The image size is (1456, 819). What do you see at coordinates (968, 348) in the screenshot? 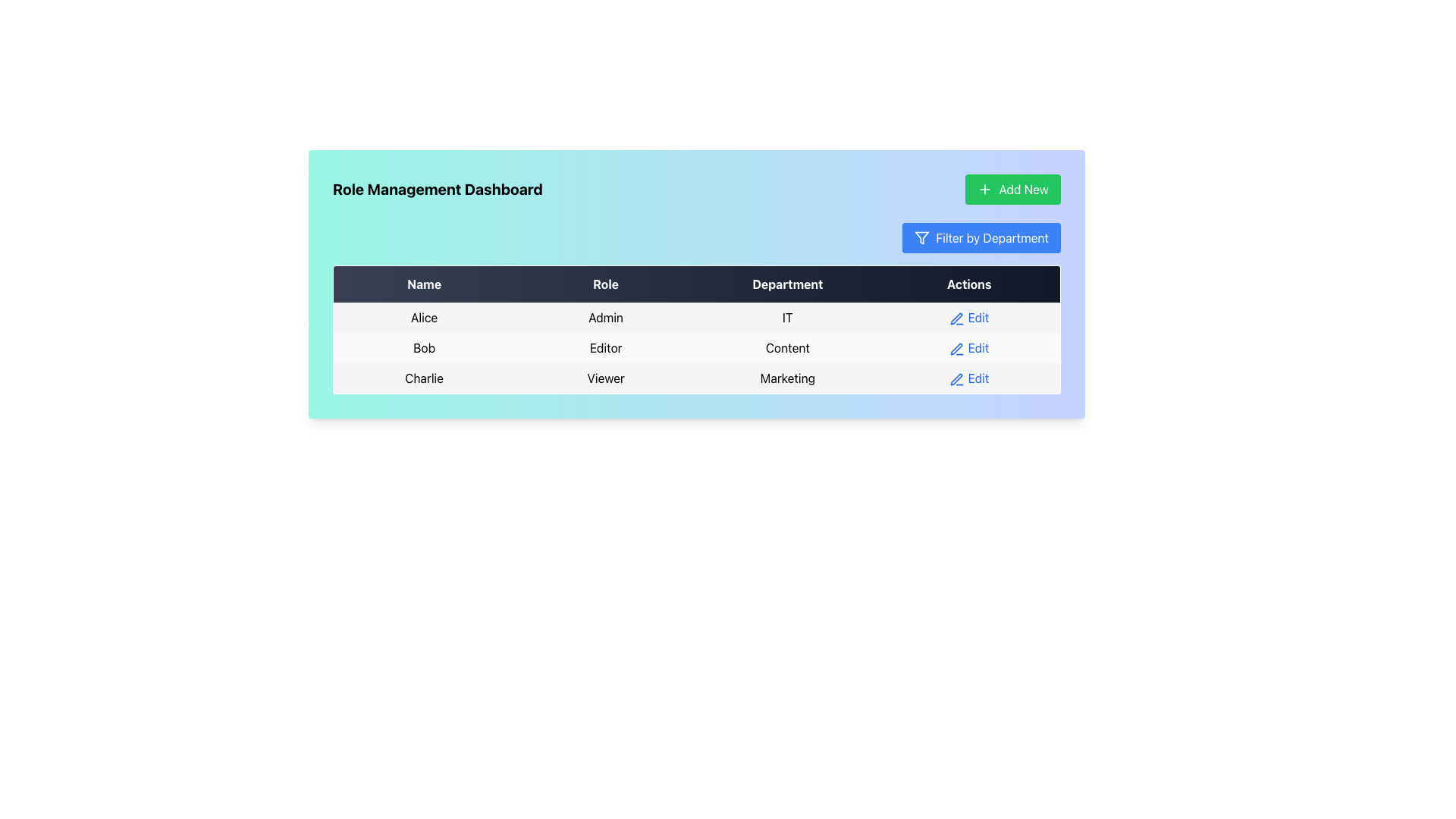
I see `the edit link in the fourth cell of the second row in the table associated with 'Bob', 'Editor', and 'Content' under the 'Actions' column` at bounding box center [968, 348].